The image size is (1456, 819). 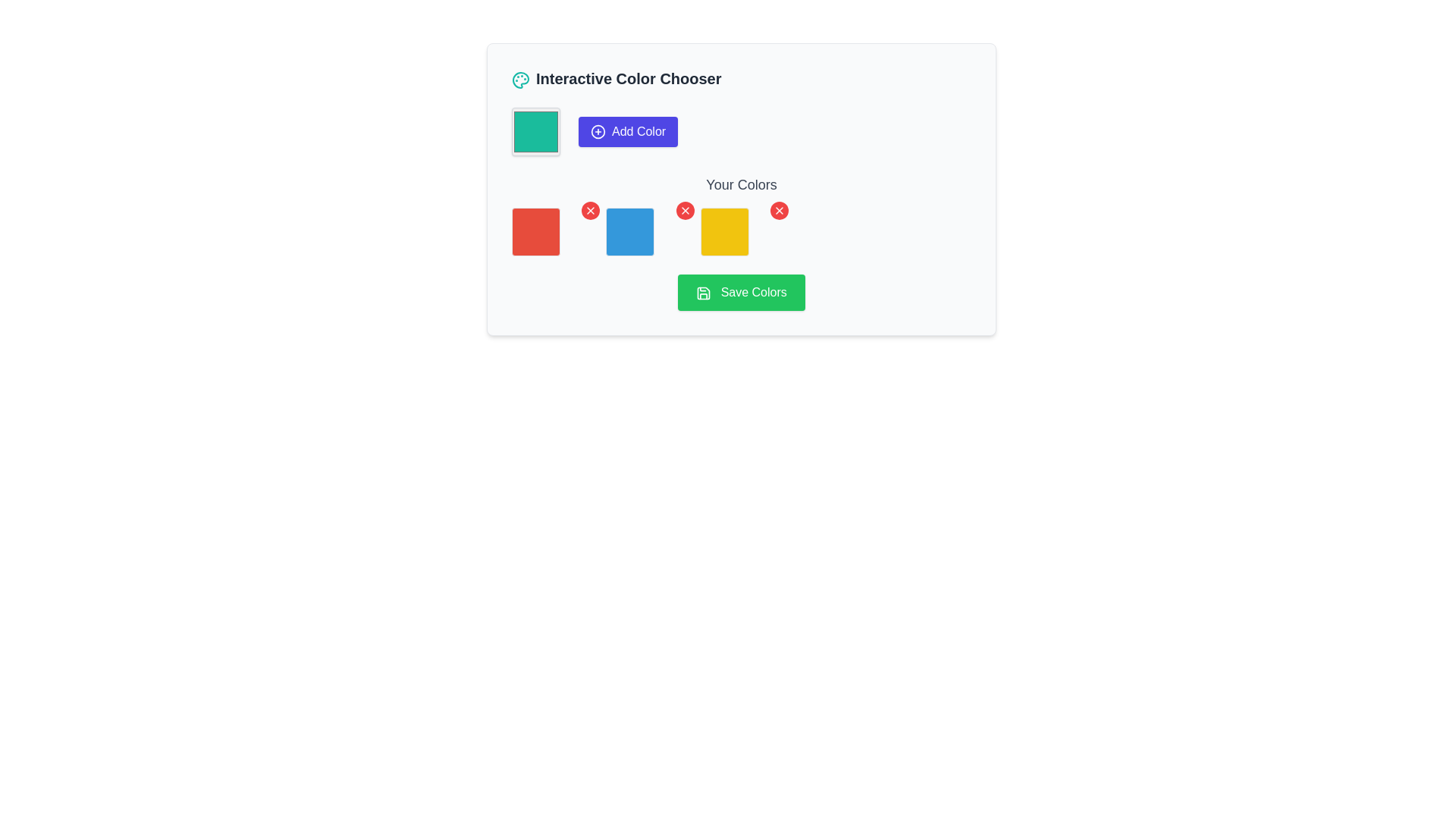 What do you see at coordinates (535, 130) in the screenshot?
I see `the Color Picker element located on the leftmost side of the row layout` at bounding box center [535, 130].